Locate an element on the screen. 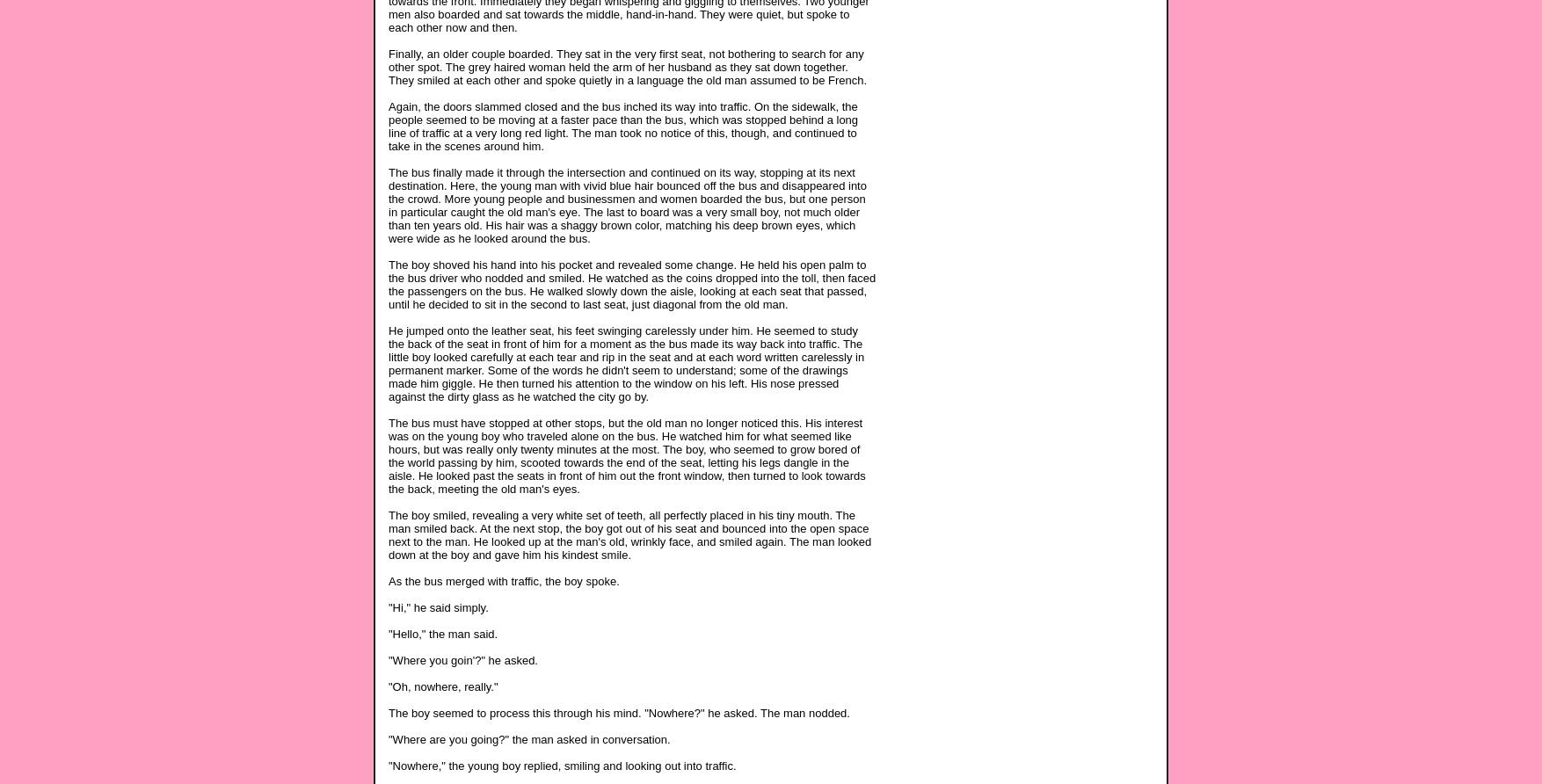 The image size is (1542, 784). 'The bus must have stopped at other stops, but the old man no longer noticed this. His interest was on the young boy who traveled alone on the bus. He watched him for what seemed like hours, but was really only twenty minutes at the most. The boy, who seemed to grow bored of the world passing by him, scooted towards the end of the seat, letting his legs dangle in the aisle. He looked past the seats in front of him out the front window, then turned to look towards the back, meeting the old man's eyes.' is located at coordinates (627, 454).